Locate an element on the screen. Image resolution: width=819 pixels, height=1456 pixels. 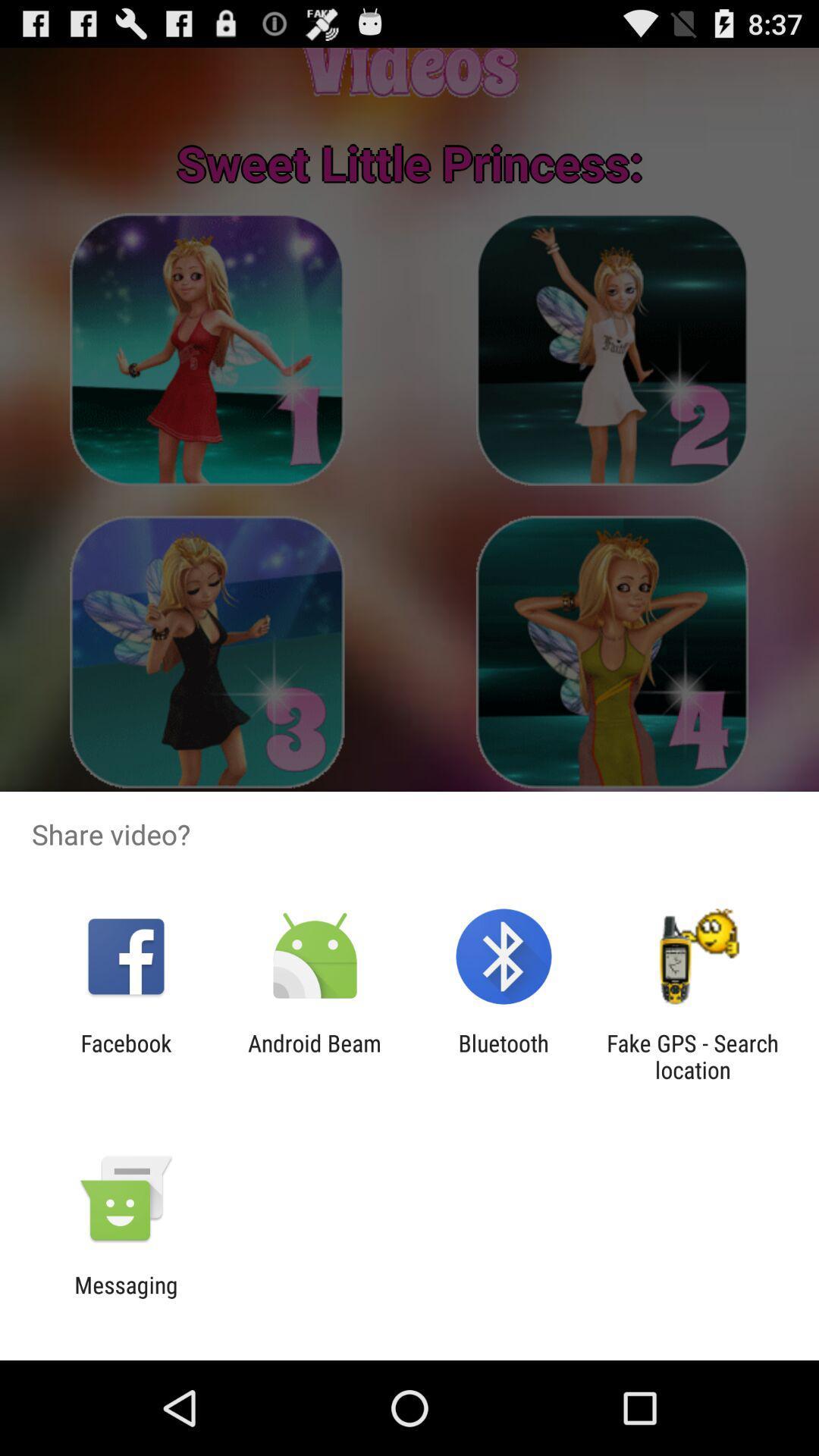
item at the bottom right corner is located at coordinates (692, 1056).